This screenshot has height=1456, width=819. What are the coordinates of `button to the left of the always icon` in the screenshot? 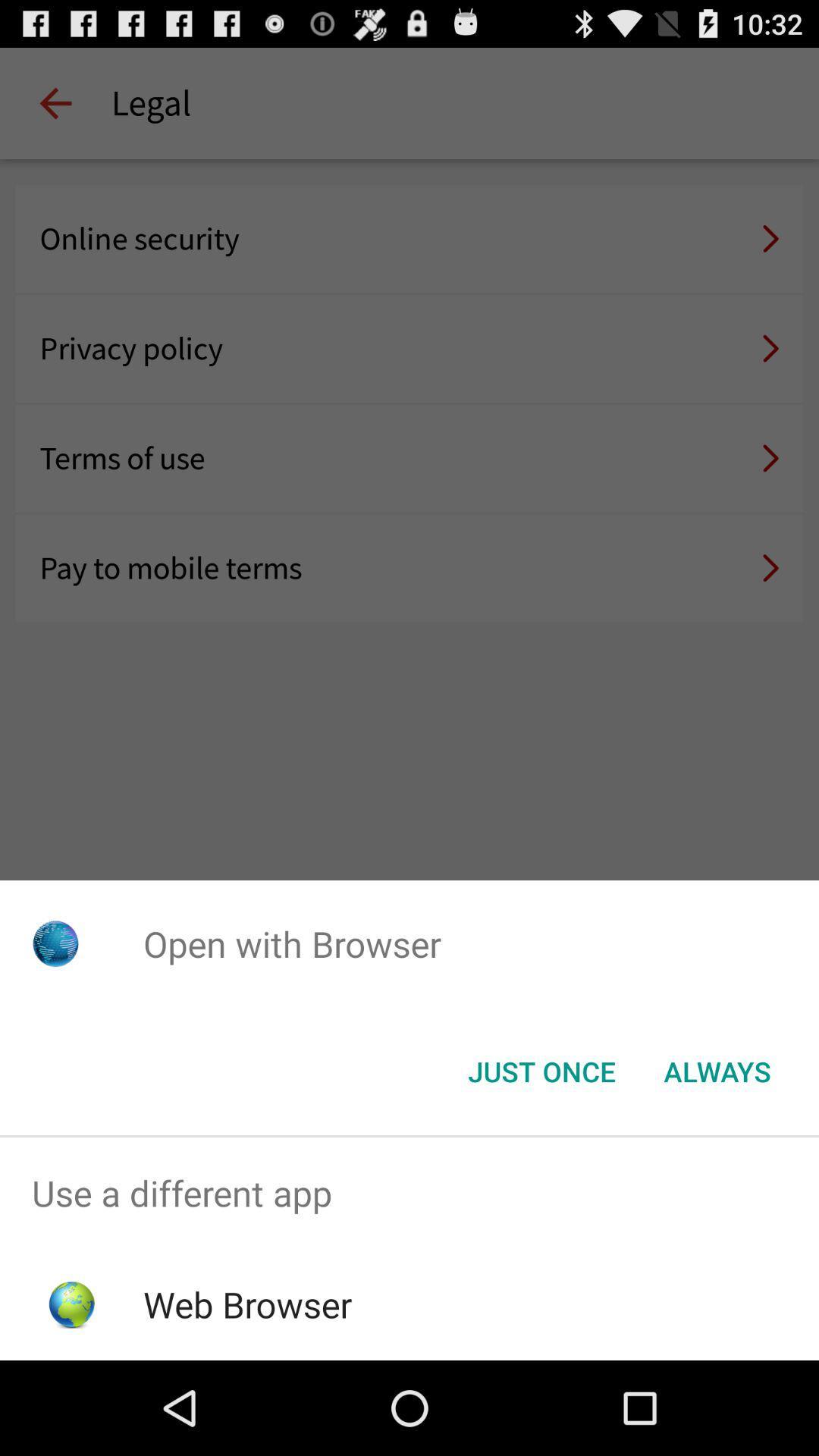 It's located at (541, 1070).